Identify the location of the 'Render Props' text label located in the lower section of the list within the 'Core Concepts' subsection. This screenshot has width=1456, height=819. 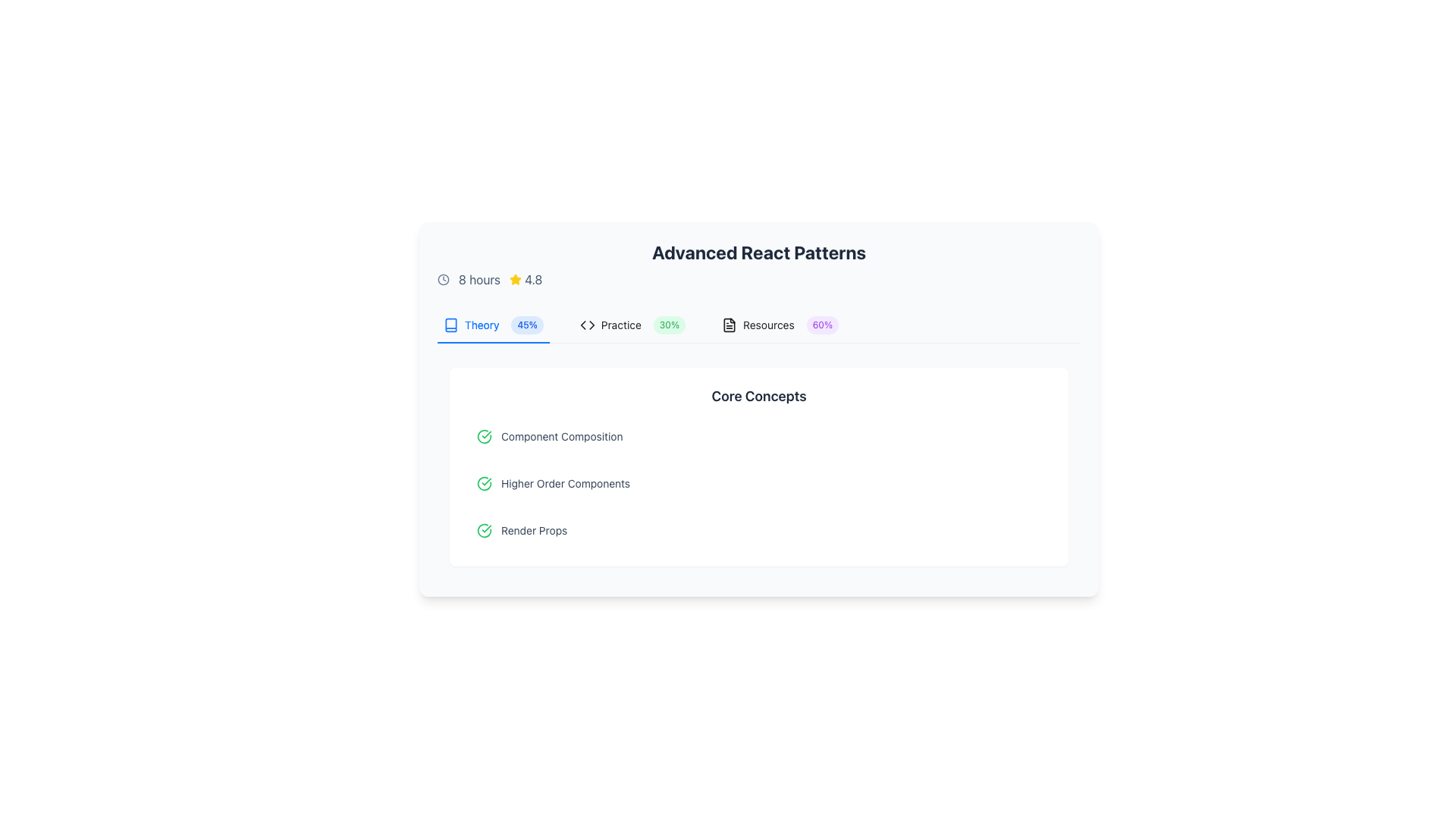
(534, 529).